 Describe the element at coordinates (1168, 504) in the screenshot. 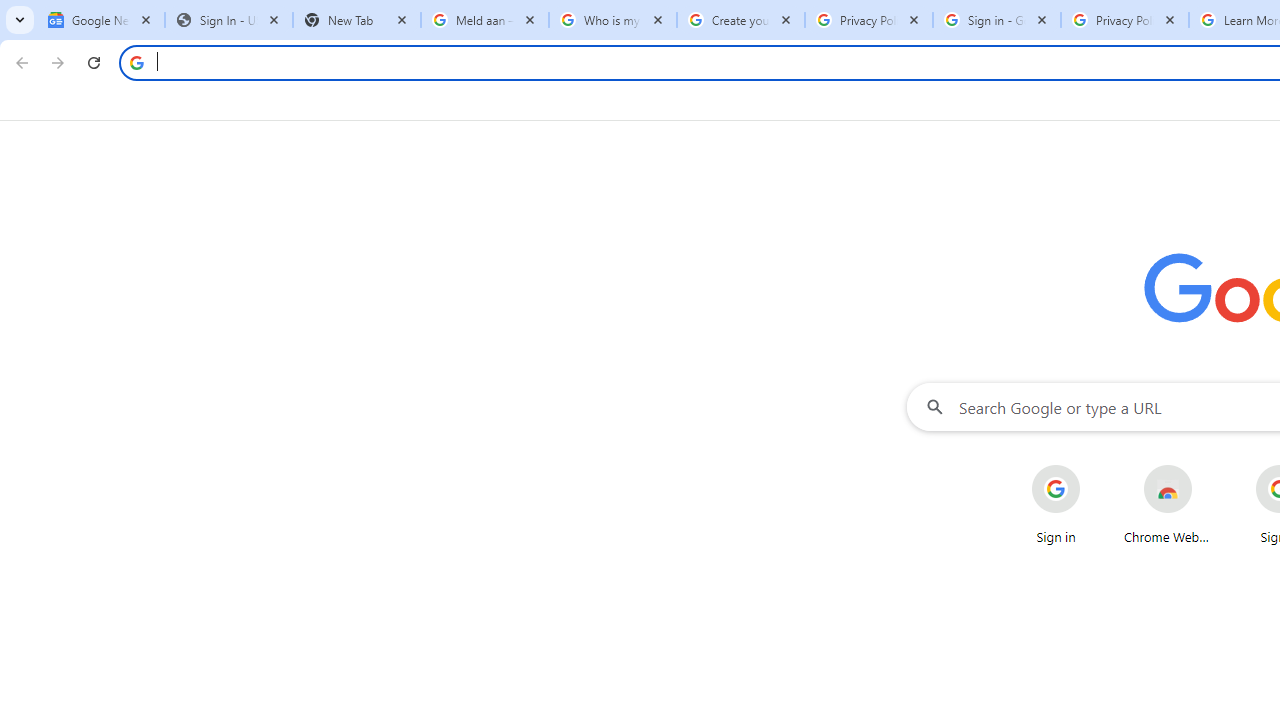

I see `'Chrome Web Store'` at that location.